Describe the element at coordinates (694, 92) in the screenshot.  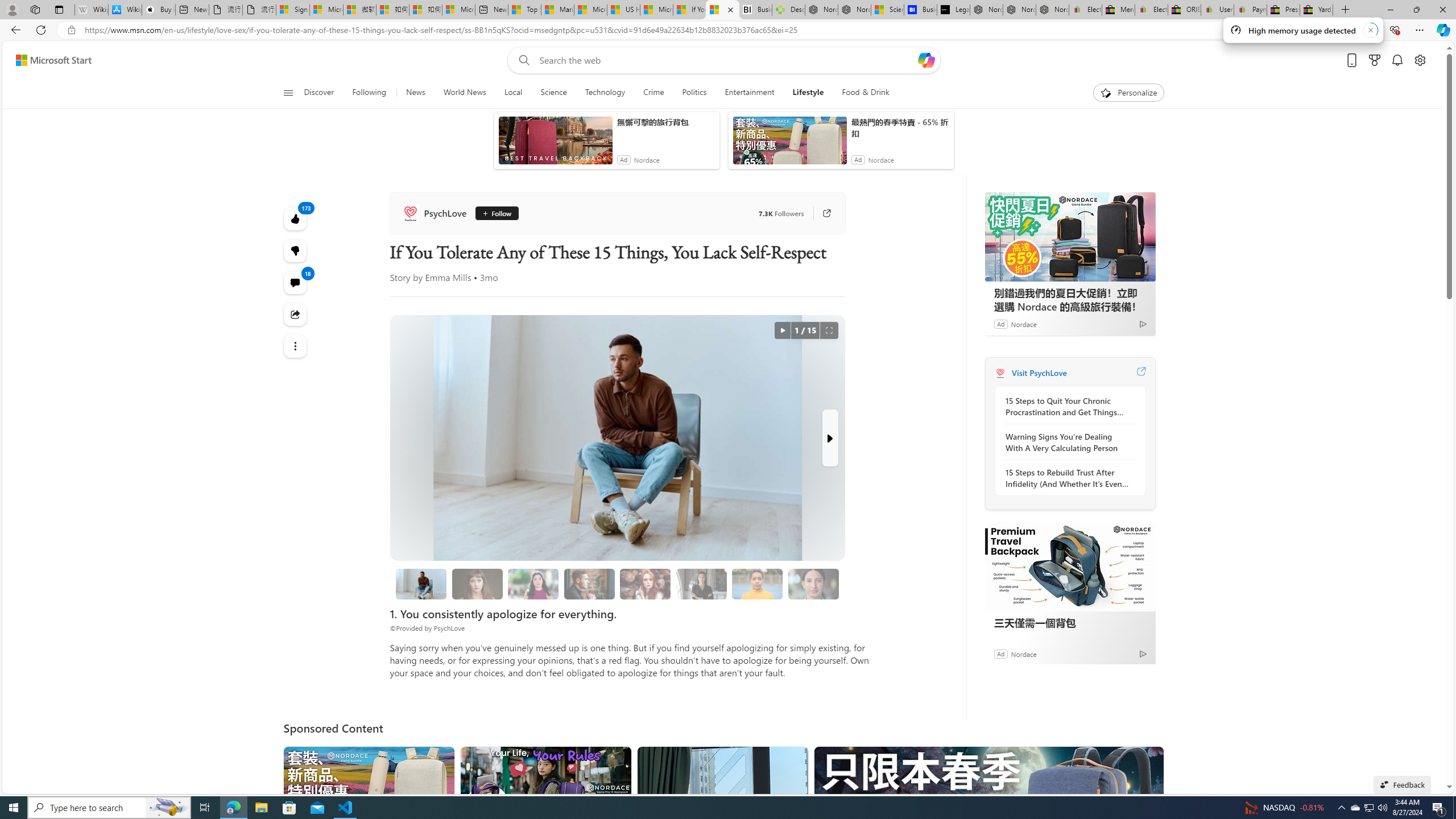
I see `'Politics'` at that location.